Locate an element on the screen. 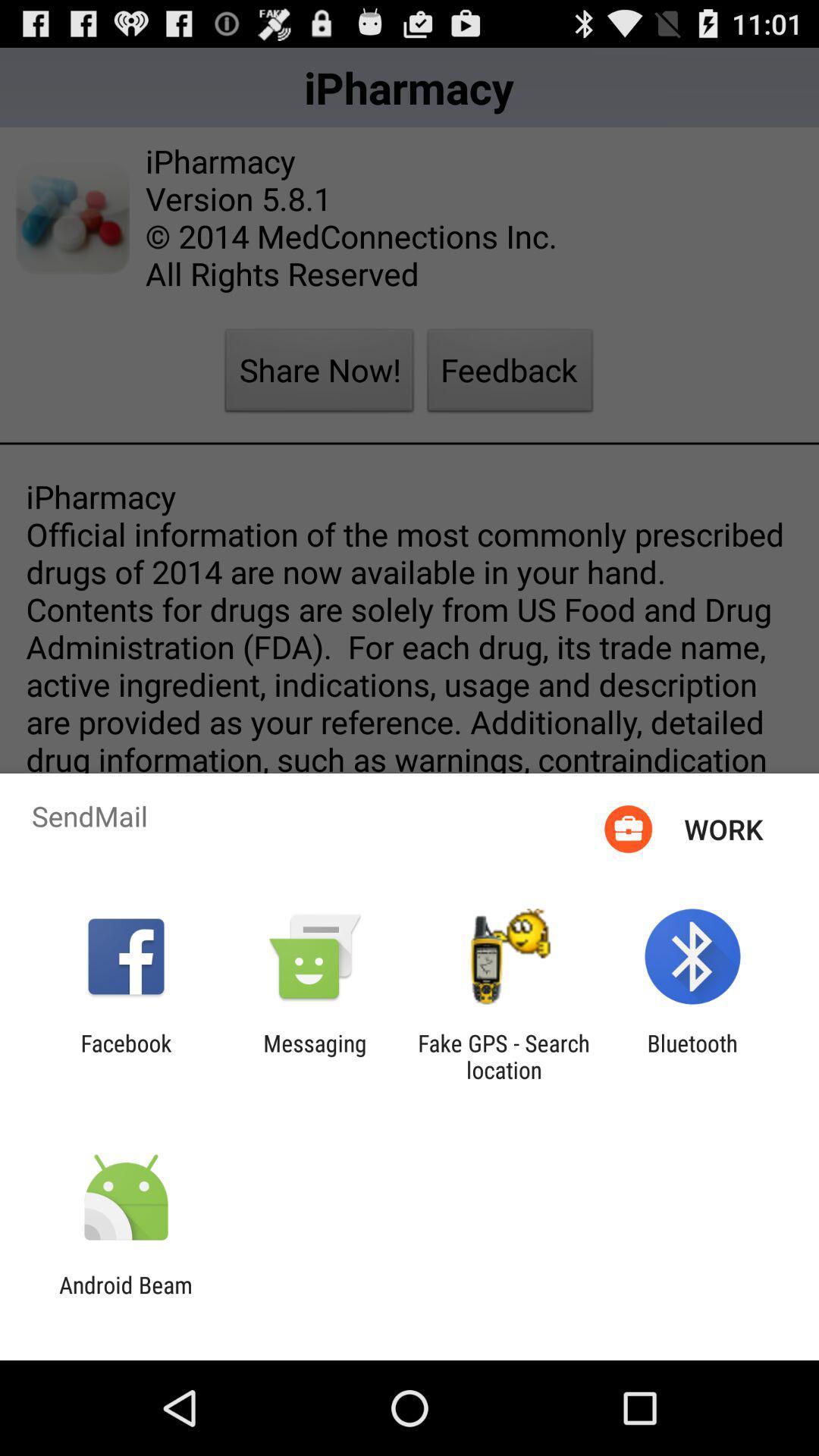  the item to the left of the messaging icon is located at coordinates (125, 1056).